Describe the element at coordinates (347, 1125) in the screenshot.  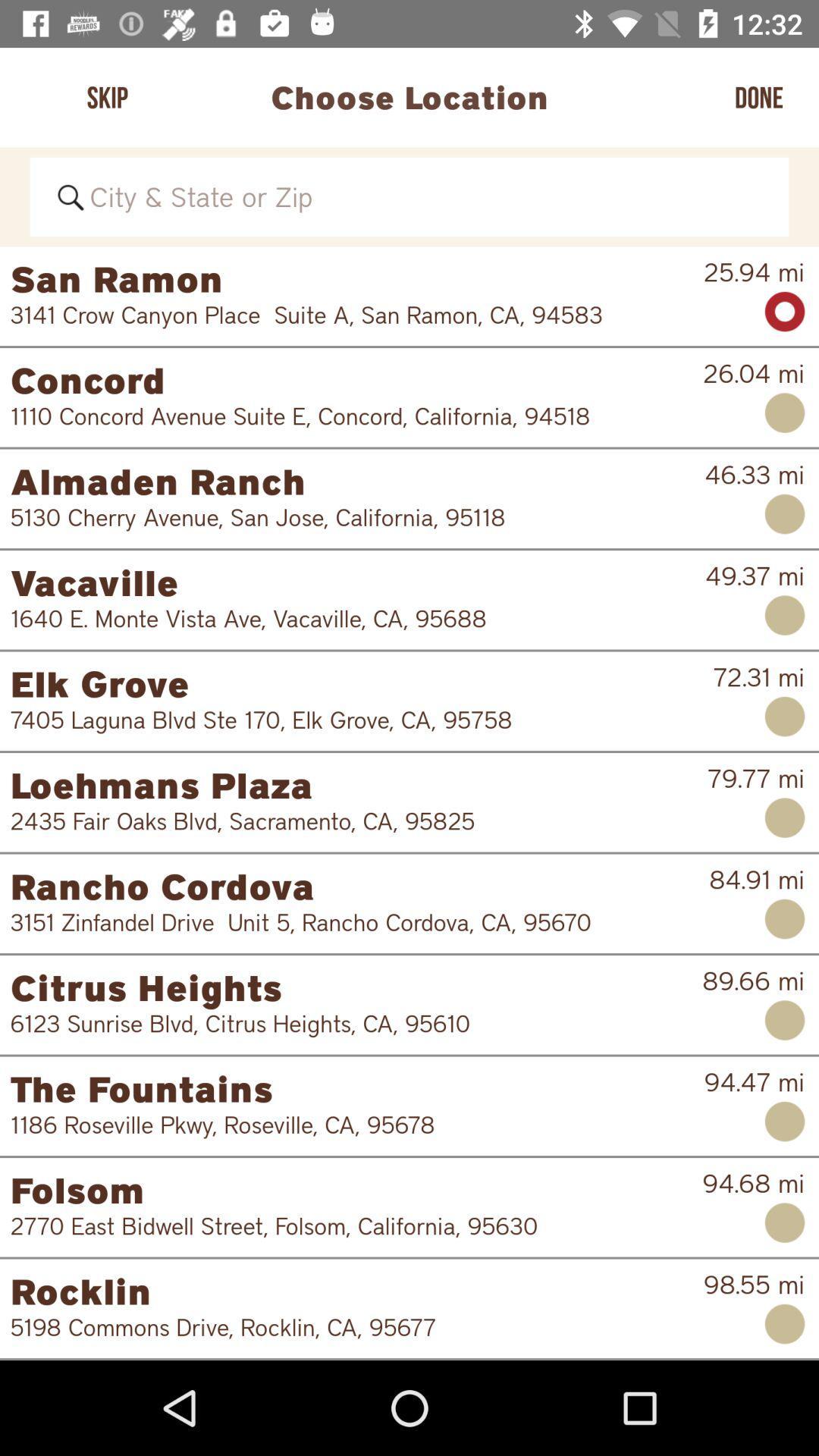
I see `the 1186 roseville pkwy item` at that location.